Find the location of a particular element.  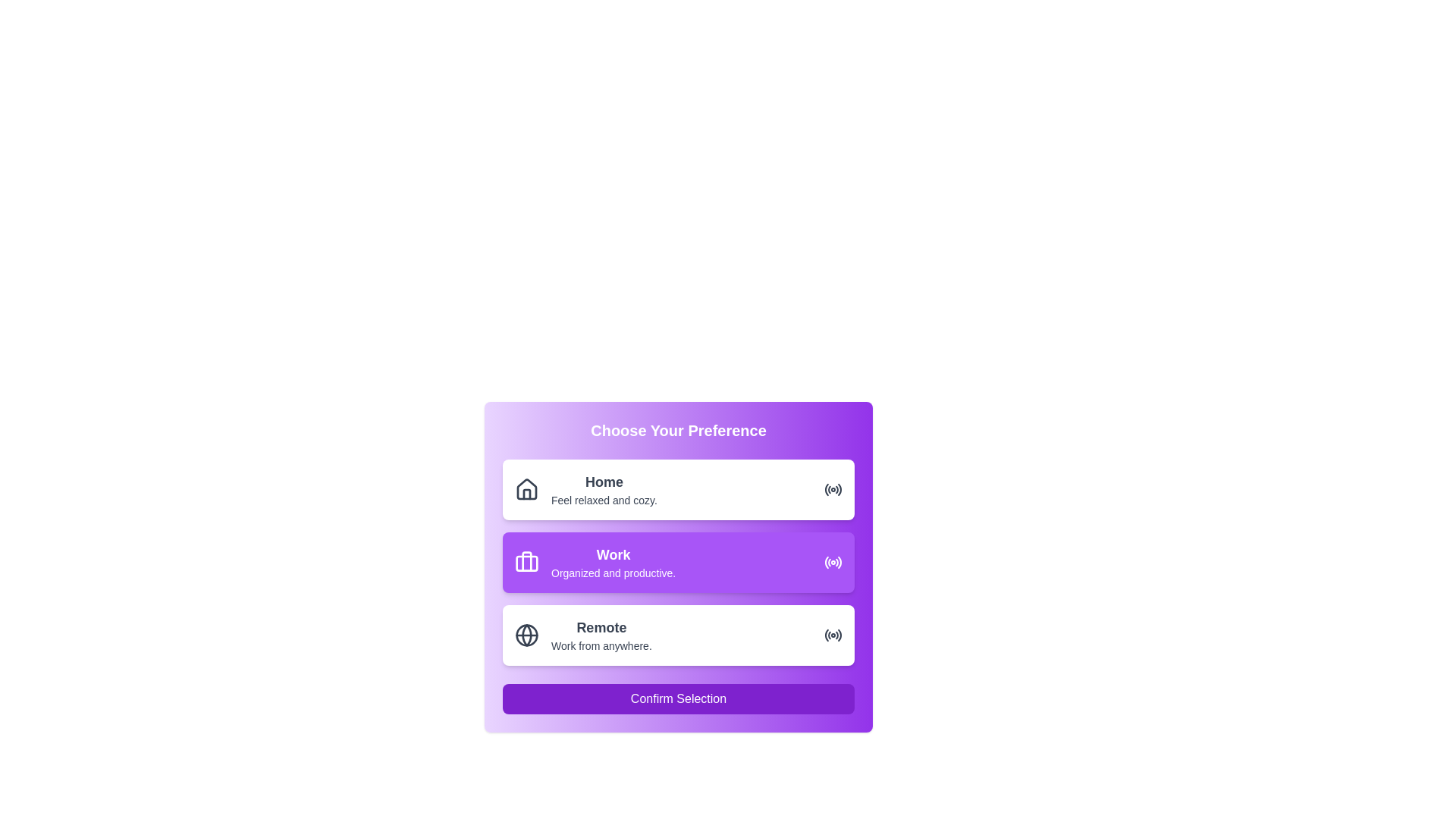

the 'Home' preference option icon located at the far right within the 'Home' option card is located at coordinates (833, 489).